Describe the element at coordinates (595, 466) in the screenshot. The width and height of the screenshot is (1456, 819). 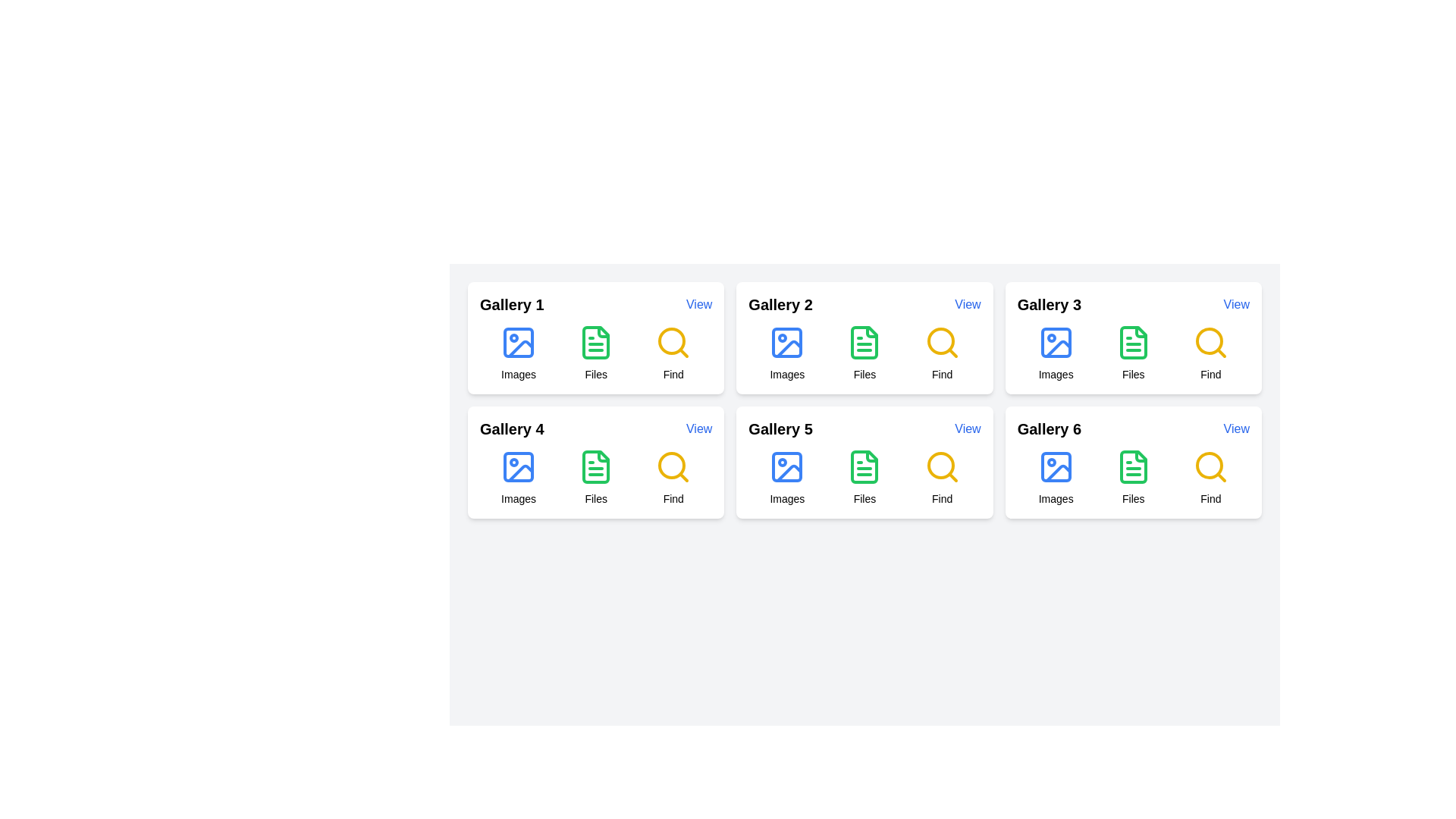
I see `the green document icon located in the 'Gallery 4' box, positioned above the 'Files' label and between the 'Images' icon and 'Find' icon` at that location.